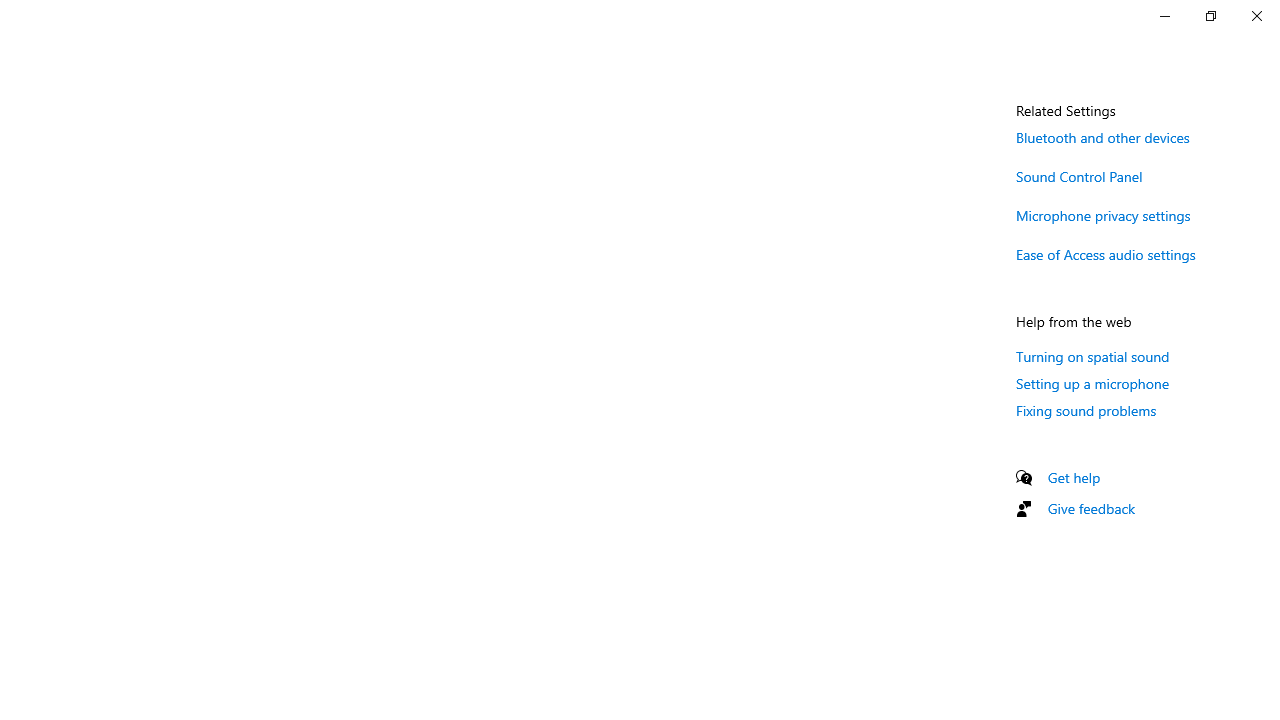  What do you see at coordinates (1255, 15) in the screenshot?
I see `'Close Settings'` at bounding box center [1255, 15].